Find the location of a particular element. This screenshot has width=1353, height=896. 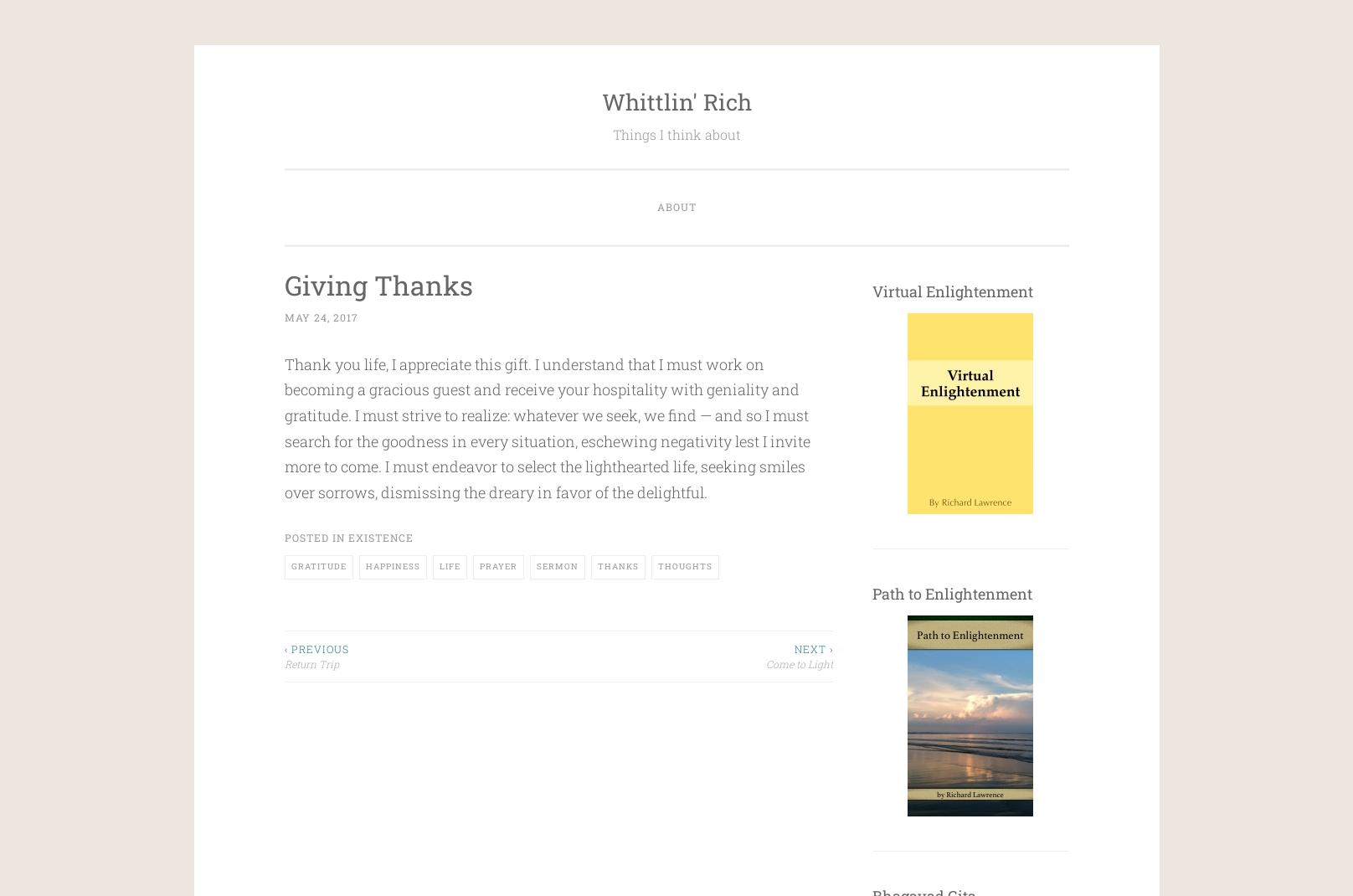

'About' is located at coordinates (675, 205).